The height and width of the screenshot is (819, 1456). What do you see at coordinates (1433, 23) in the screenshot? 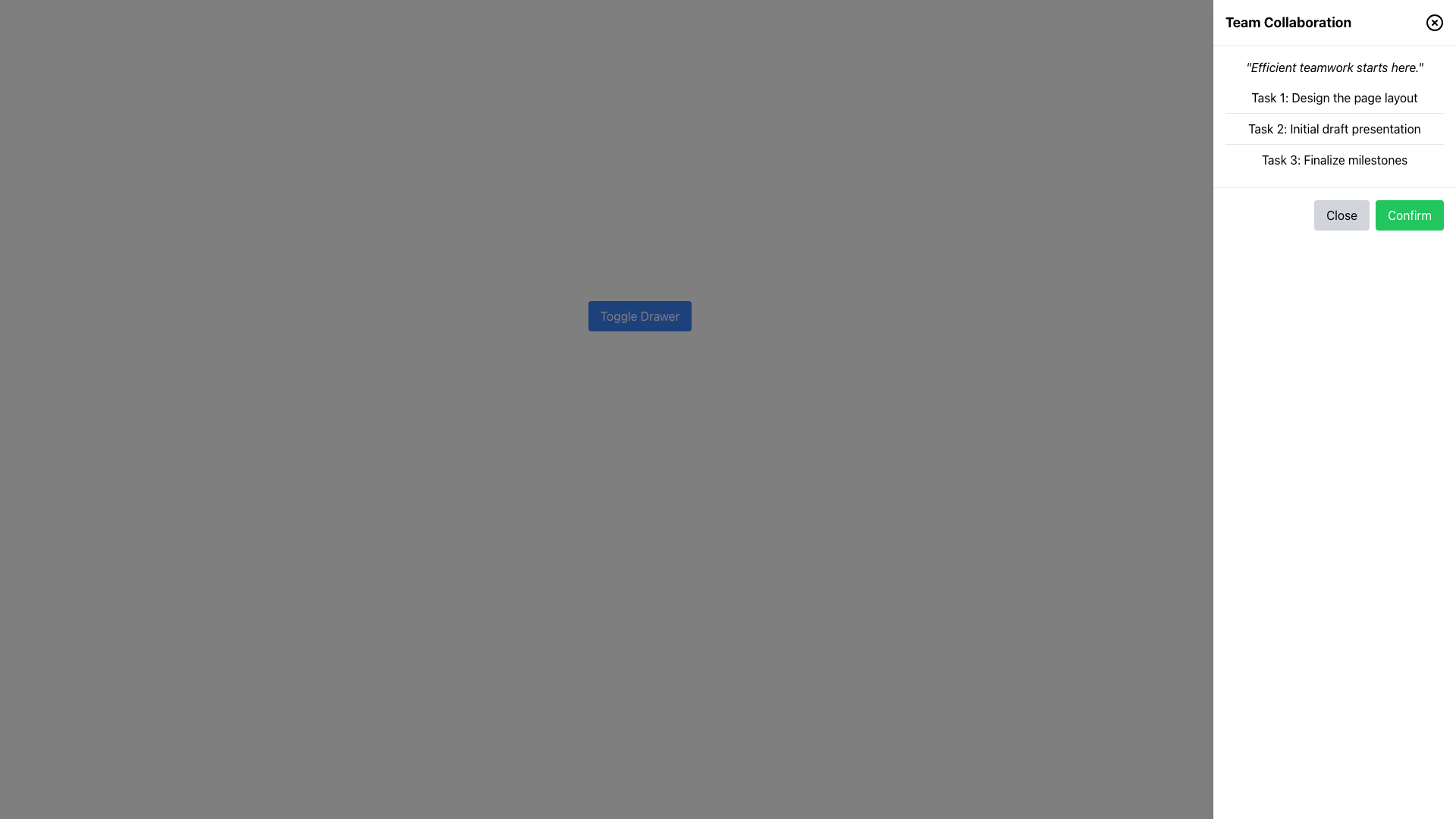
I see `the circular close button with a cross inside it located in the top-right corner of the 'Team Collaboration' panel` at bounding box center [1433, 23].